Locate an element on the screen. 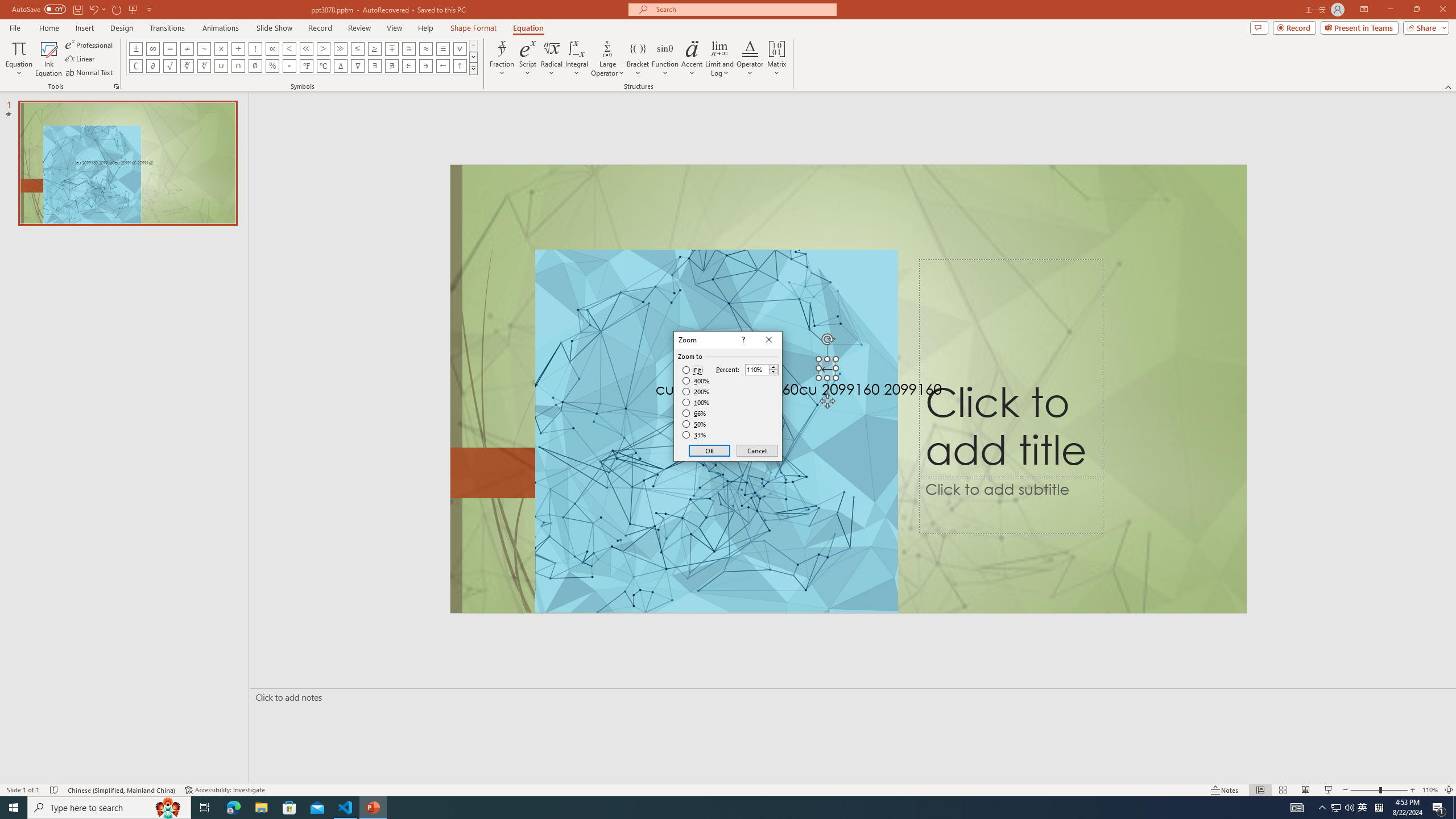 The image size is (1456, 819). 'Equation Symbol Percentage' is located at coordinates (271, 65).